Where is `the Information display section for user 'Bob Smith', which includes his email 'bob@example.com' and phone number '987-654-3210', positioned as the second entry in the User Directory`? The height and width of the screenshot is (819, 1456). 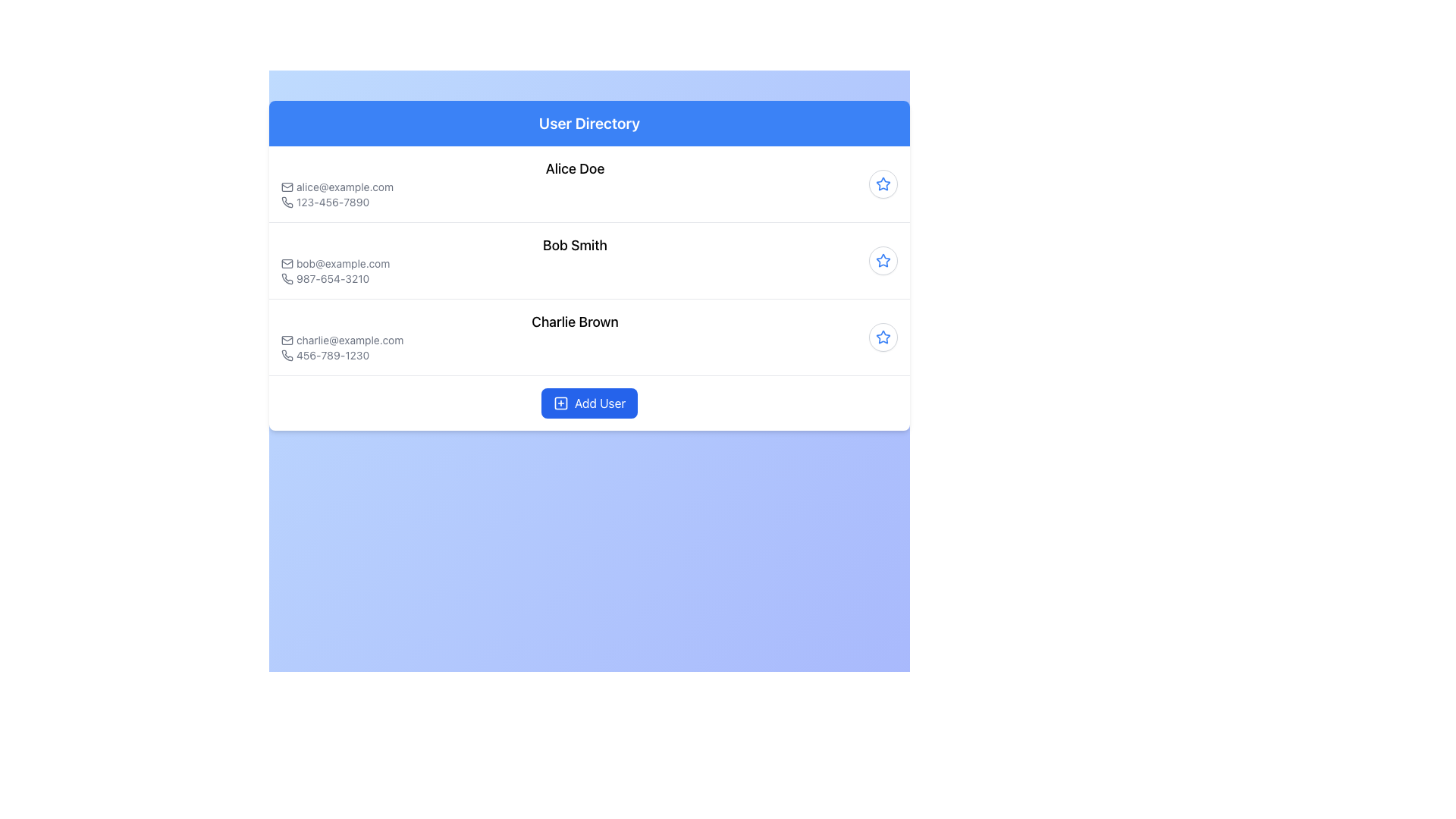
the Information display section for user 'Bob Smith', which includes his email 'bob@example.com' and phone number '987-654-3210', positioned as the second entry in the User Directory is located at coordinates (574, 259).